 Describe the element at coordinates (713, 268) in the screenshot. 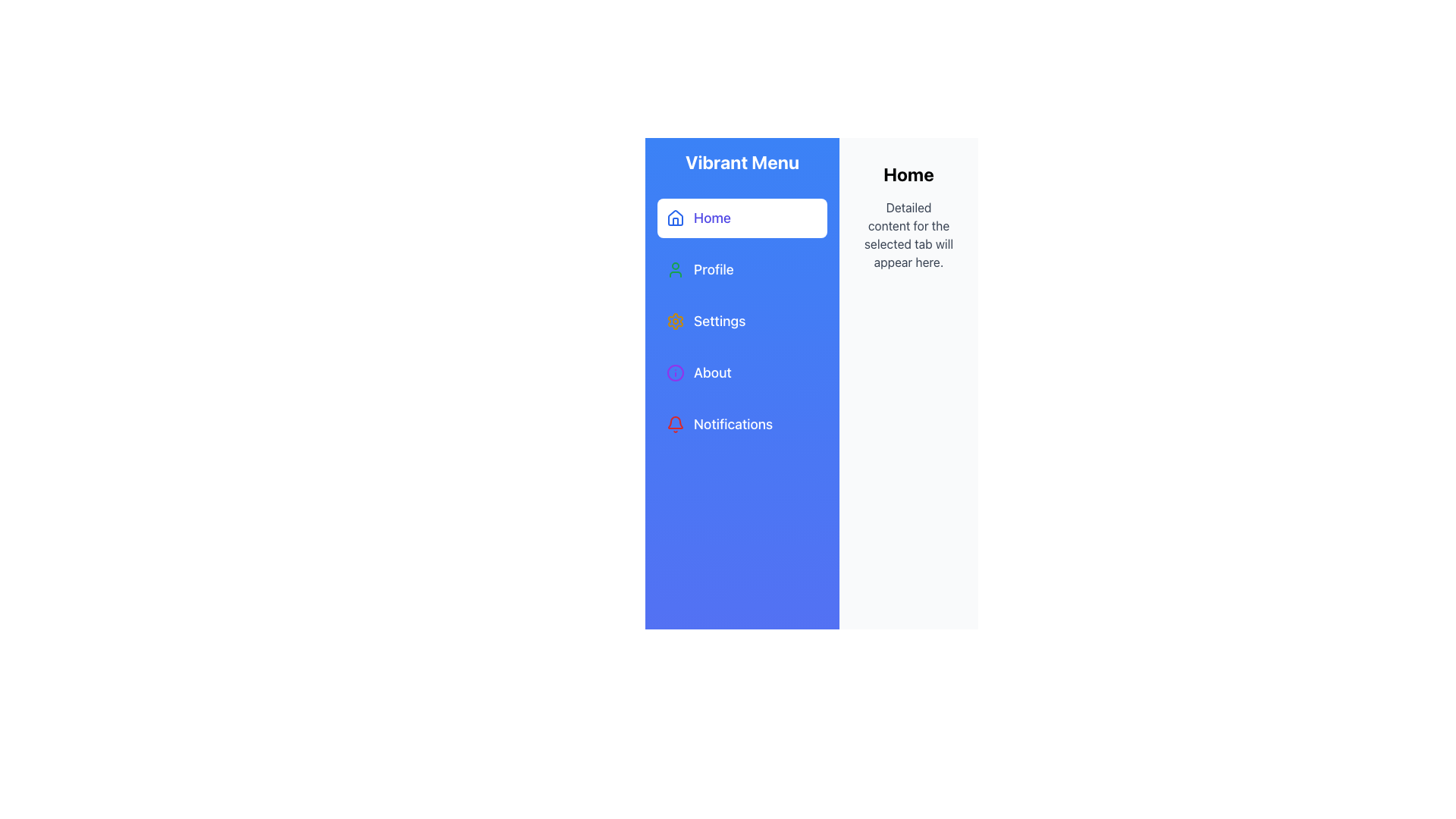

I see `the navigation link labeled as 'Profile' in the vertical menu, which is positioned second below 'Home' and above 'Settings'` at that location.